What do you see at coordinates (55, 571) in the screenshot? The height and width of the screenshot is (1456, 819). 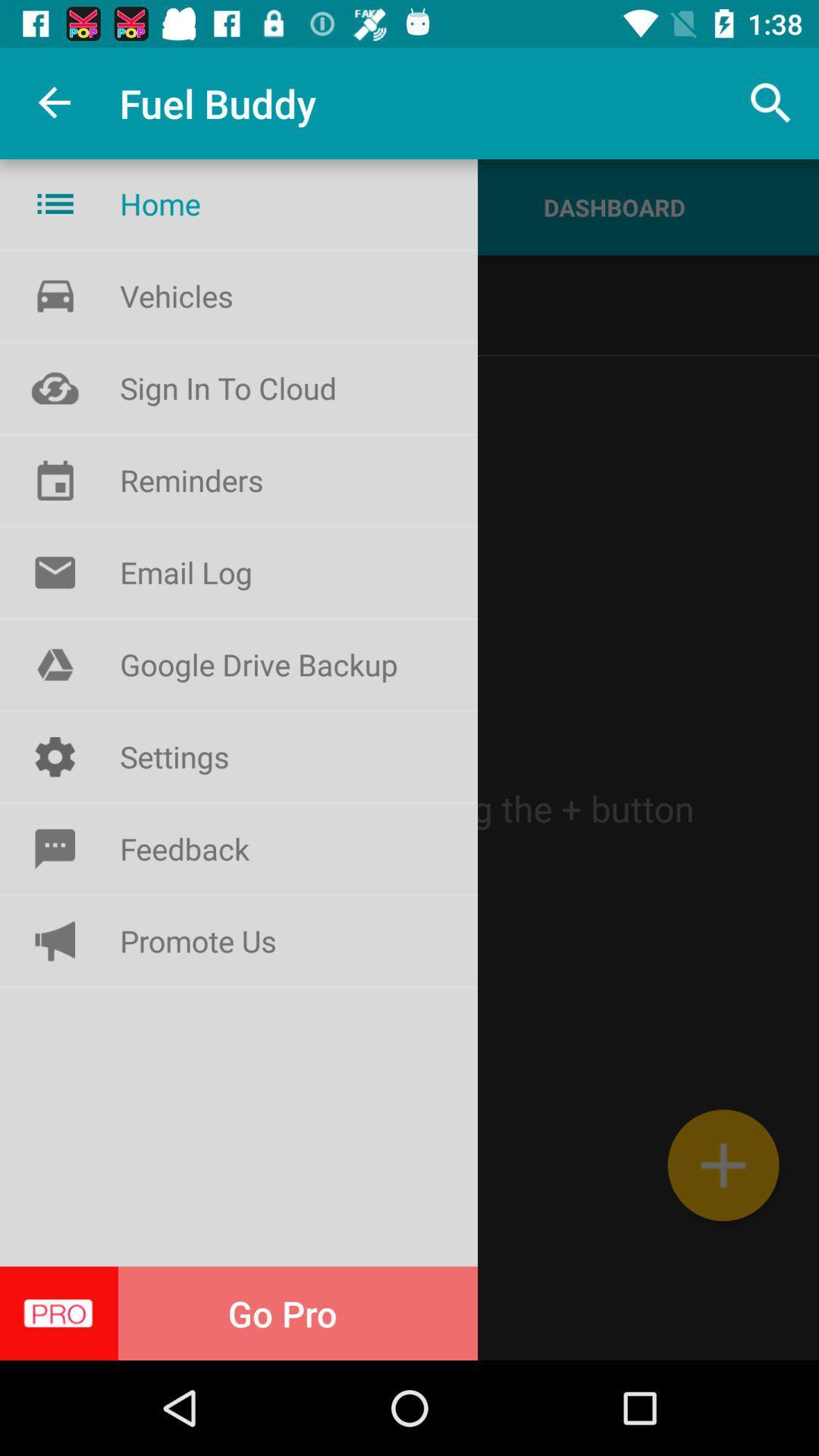 I see `the button which is beside the go pro` at bounding box center [55, 571].